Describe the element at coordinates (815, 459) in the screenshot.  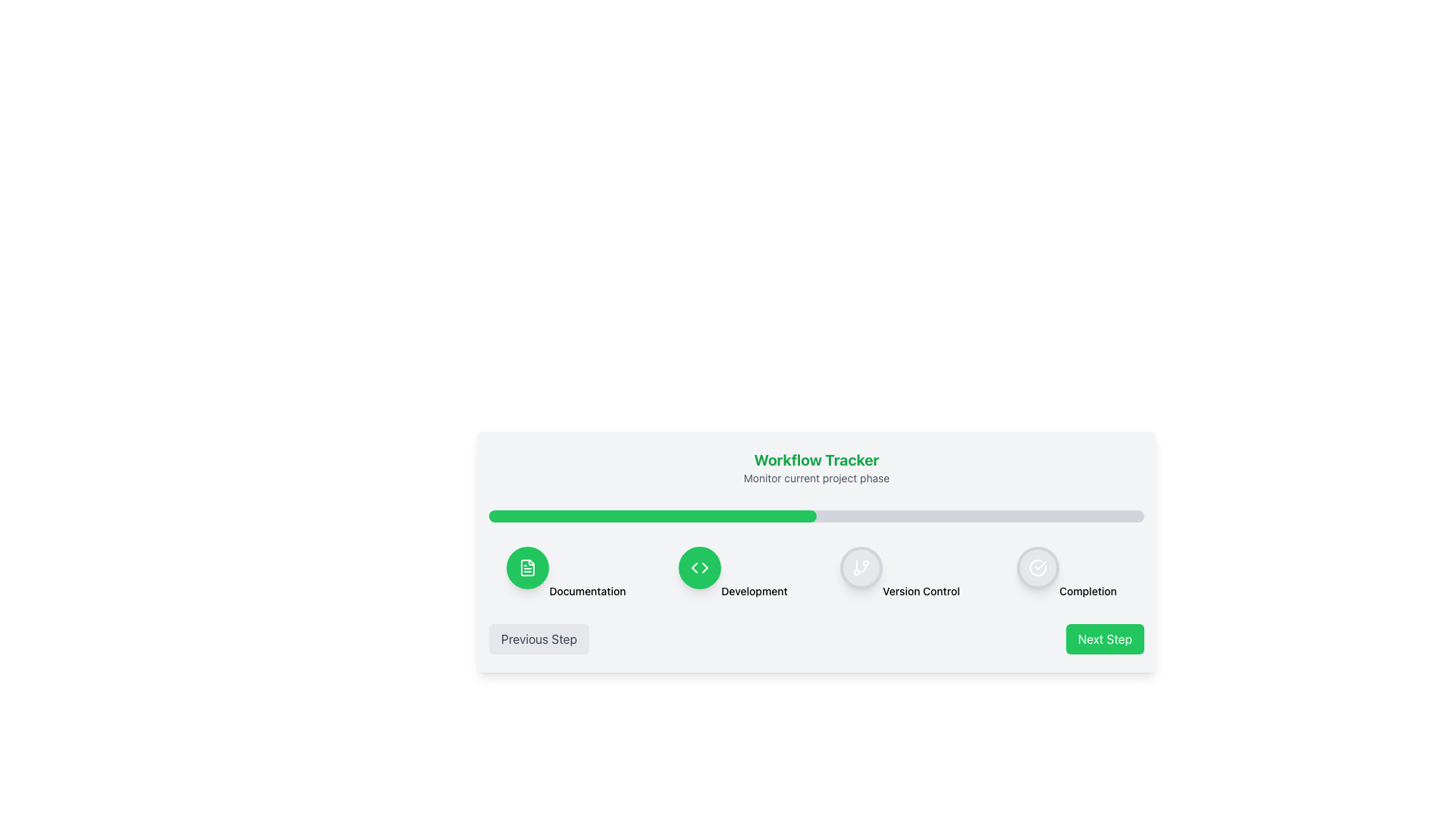
I see `the Text Label that introduces the section for tracking workflow progress, located at the top of the interface's main content area, above the progress bar and workflow step icons` at that location.